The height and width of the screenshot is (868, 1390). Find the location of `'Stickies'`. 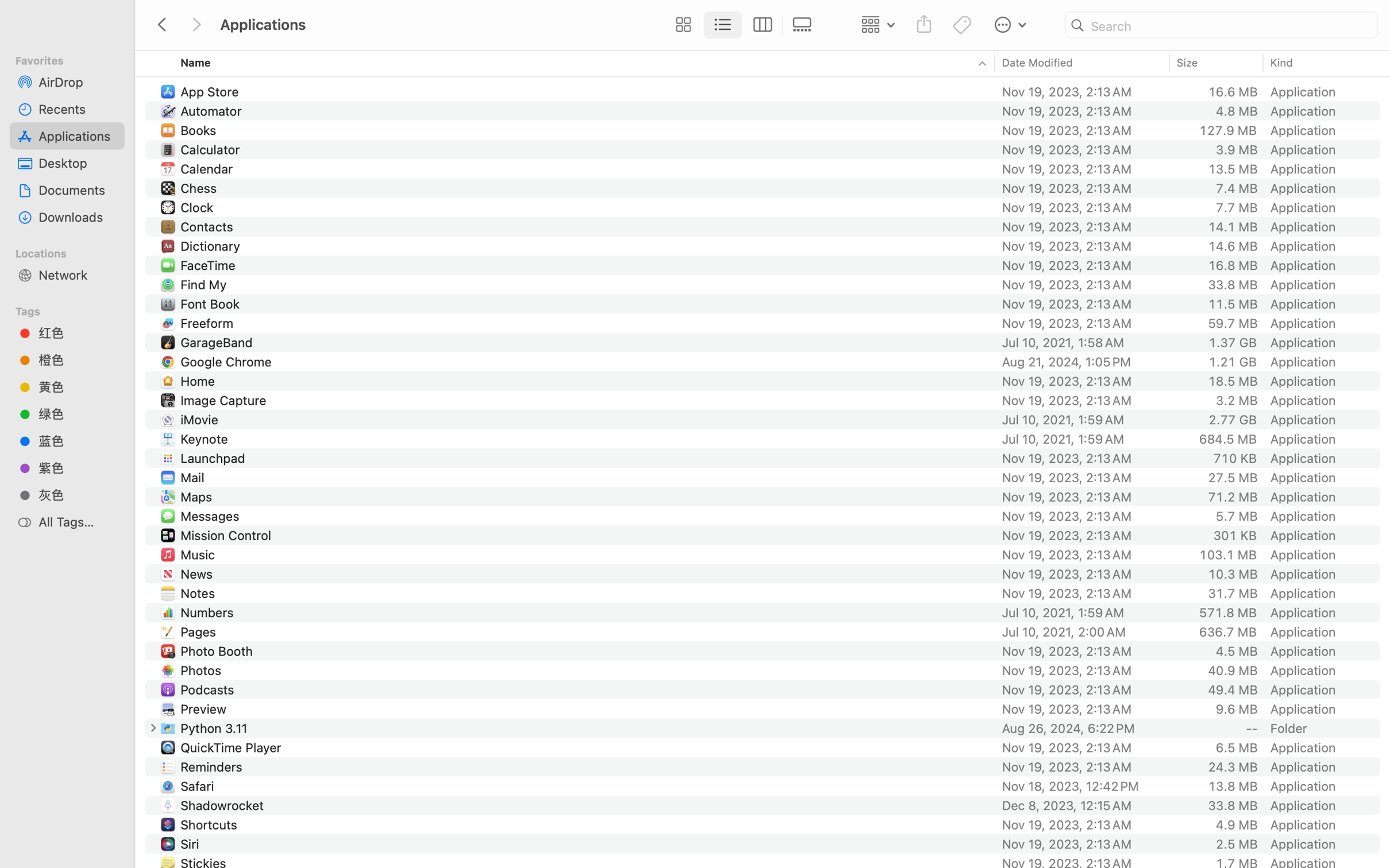

'Stickies' is located at coordinates (204, 862).